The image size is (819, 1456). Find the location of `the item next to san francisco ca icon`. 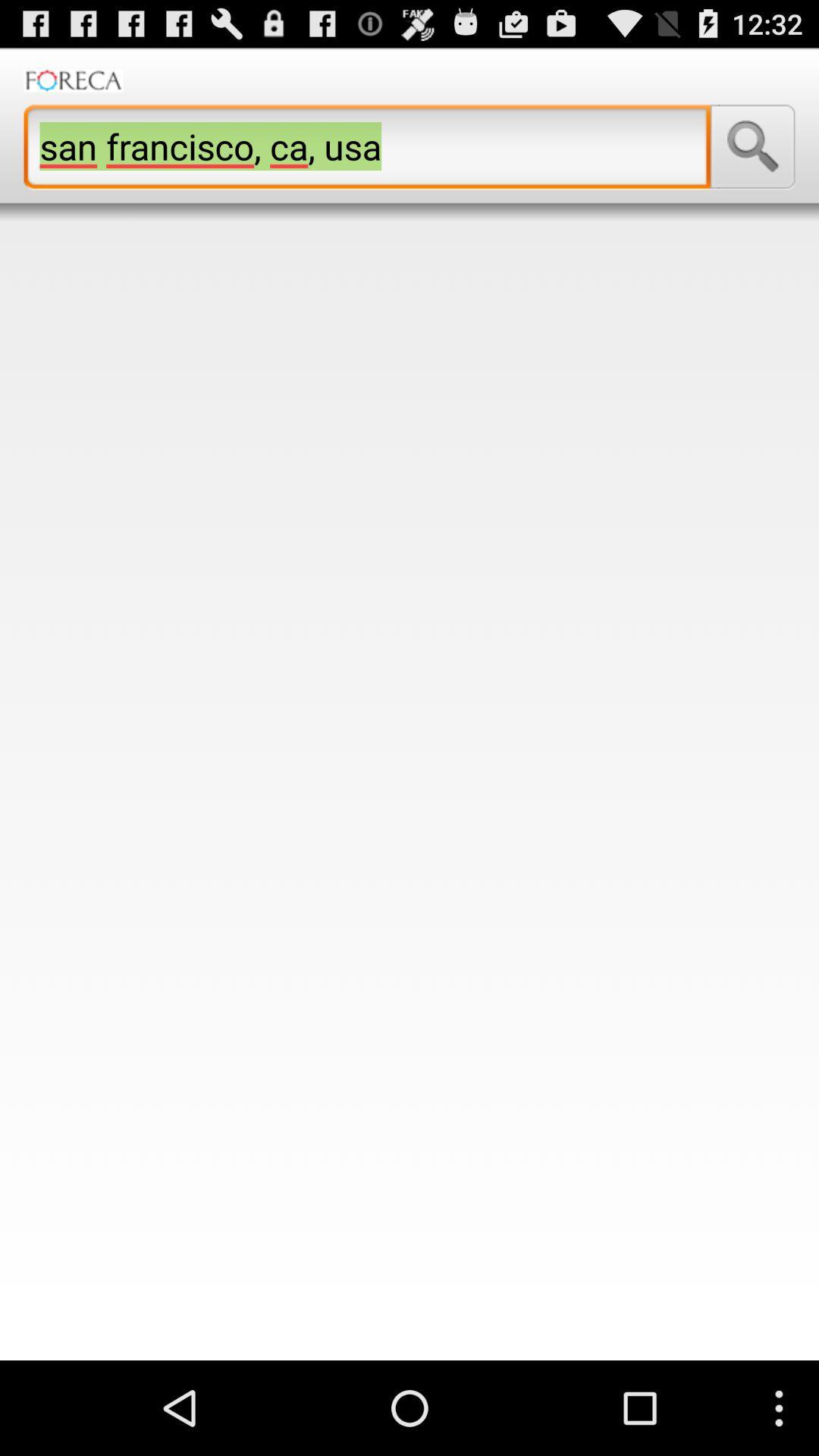

the item next to san francisco ca icon is located at coordinates (752, 146).